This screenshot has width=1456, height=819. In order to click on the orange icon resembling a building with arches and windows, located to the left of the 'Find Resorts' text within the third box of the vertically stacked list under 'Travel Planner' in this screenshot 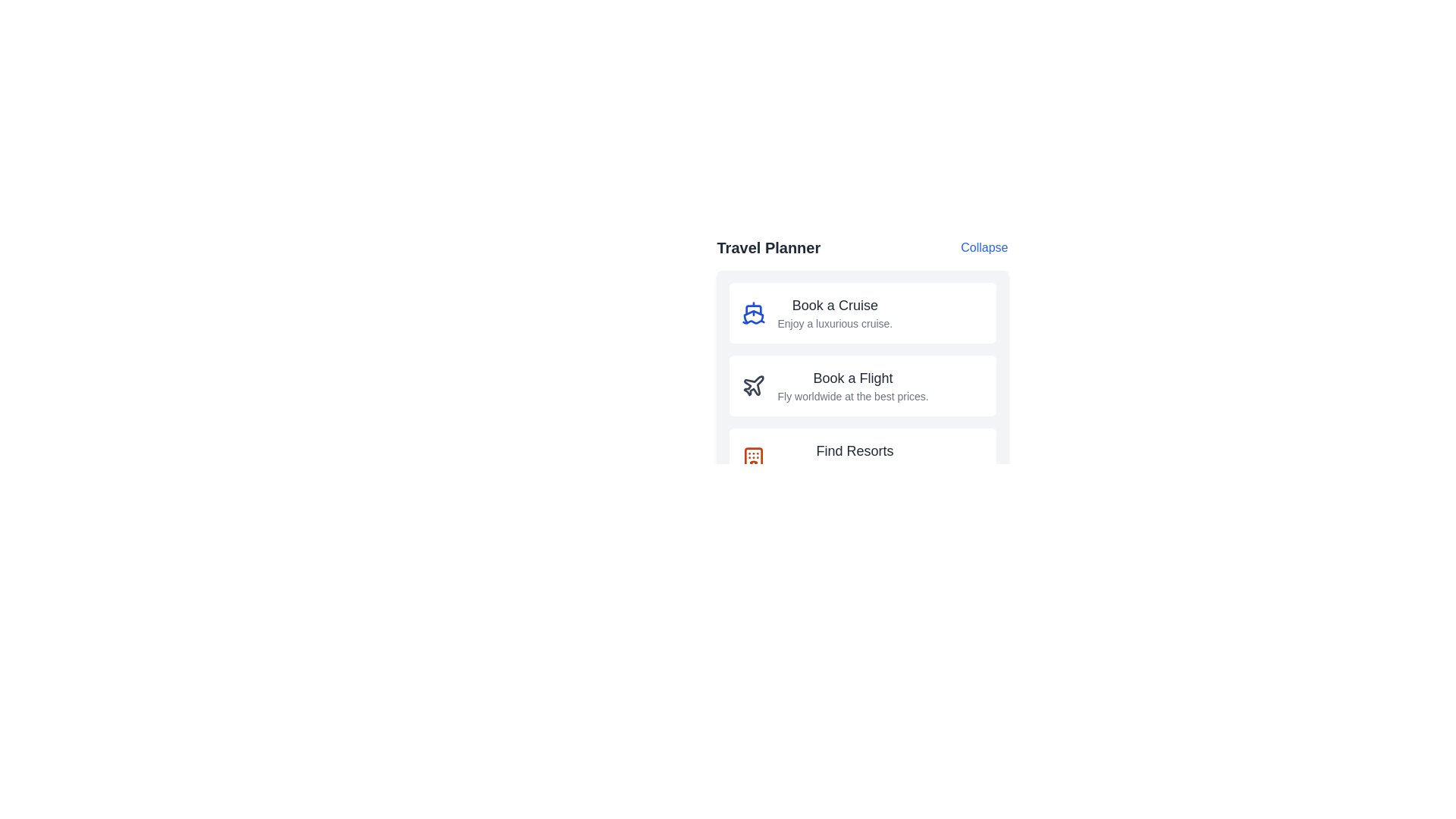, I will do `click(753, 458)`.